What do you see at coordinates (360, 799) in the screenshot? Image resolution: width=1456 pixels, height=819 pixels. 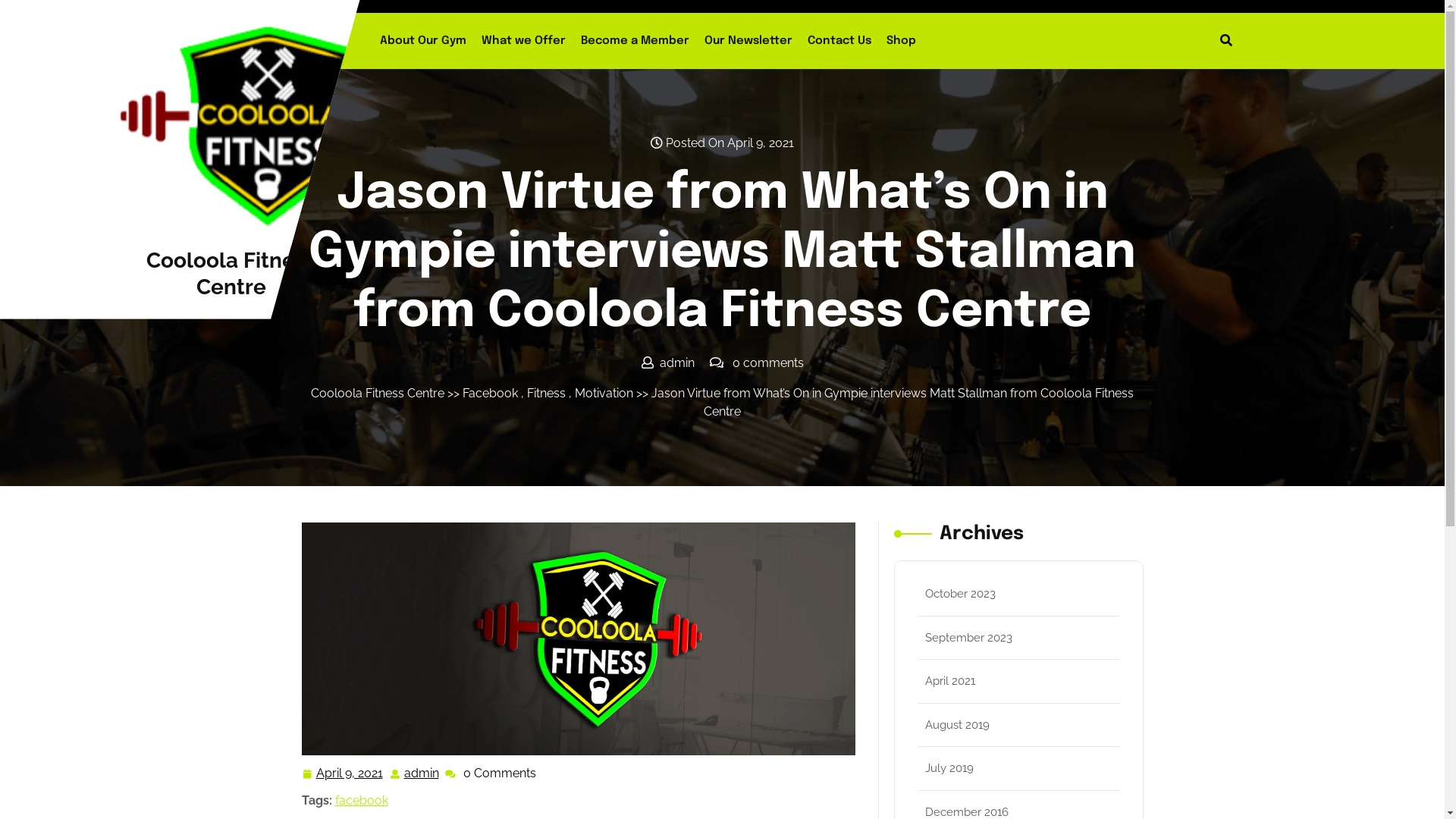 I see `'facebook'` at bounding box center [360, 799].